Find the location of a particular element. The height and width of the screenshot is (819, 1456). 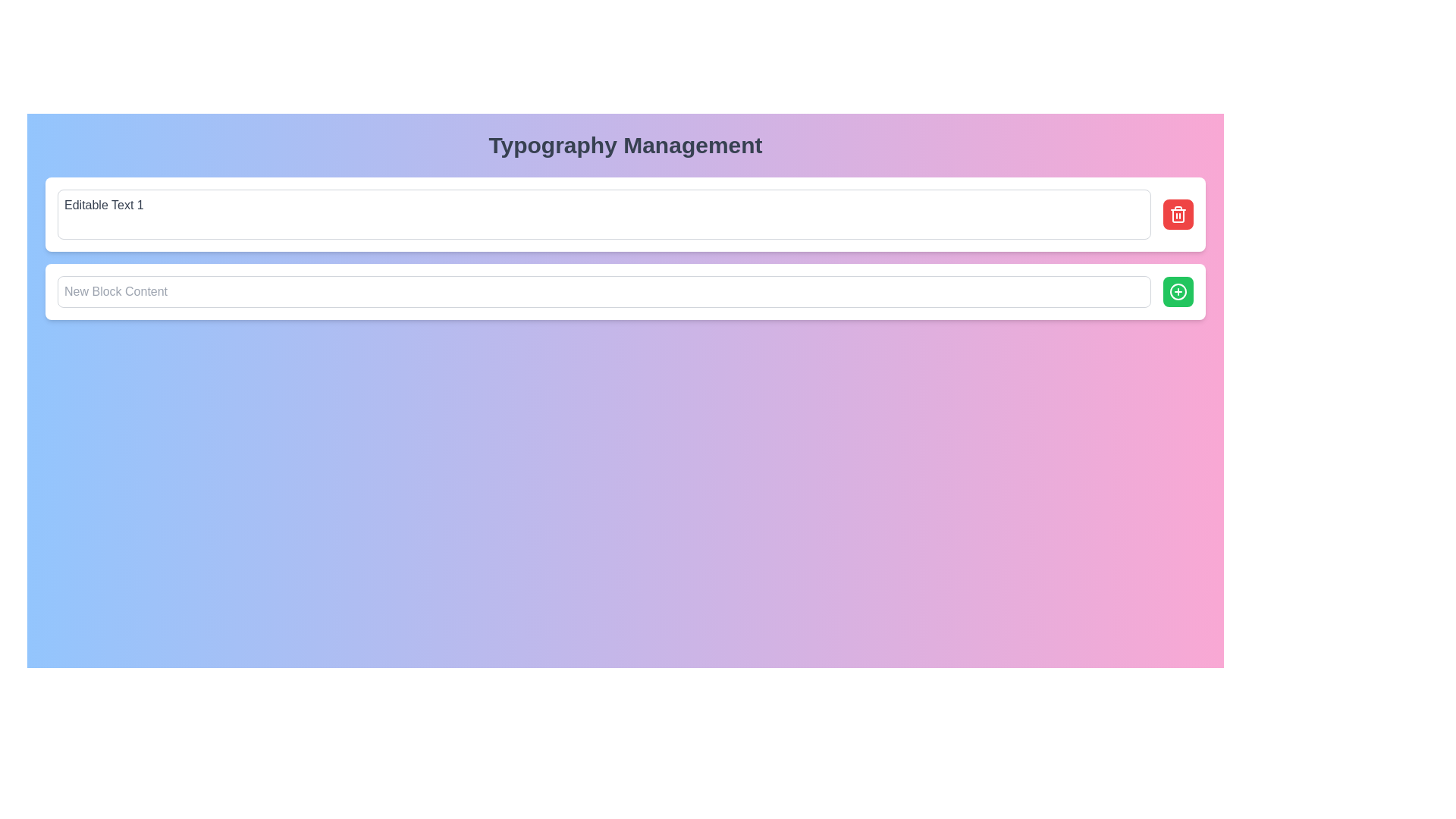

the red circular trash bin icon button with a white delete symbol is located at coordinates (1178, 214).